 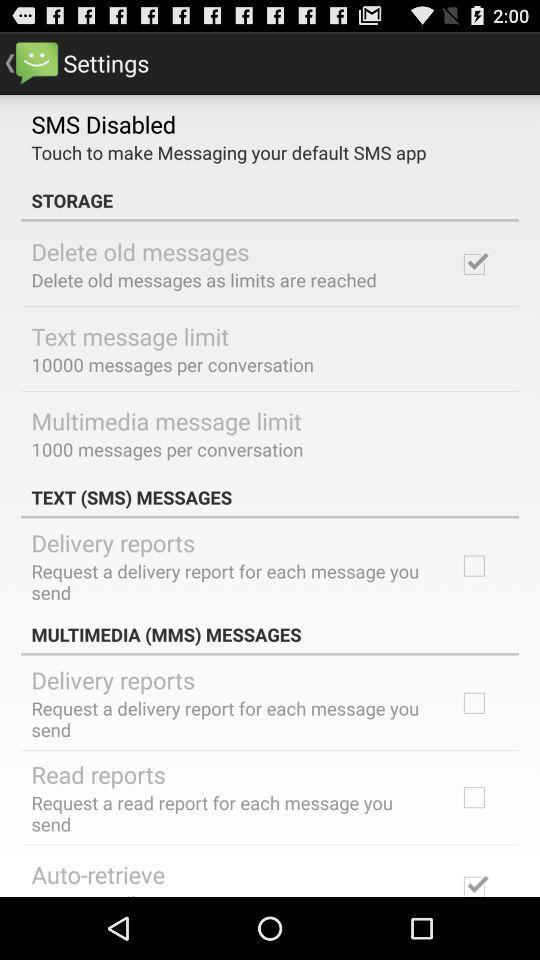 I want to click on automatically retrieve messages icon, so click(x=164, y=892).